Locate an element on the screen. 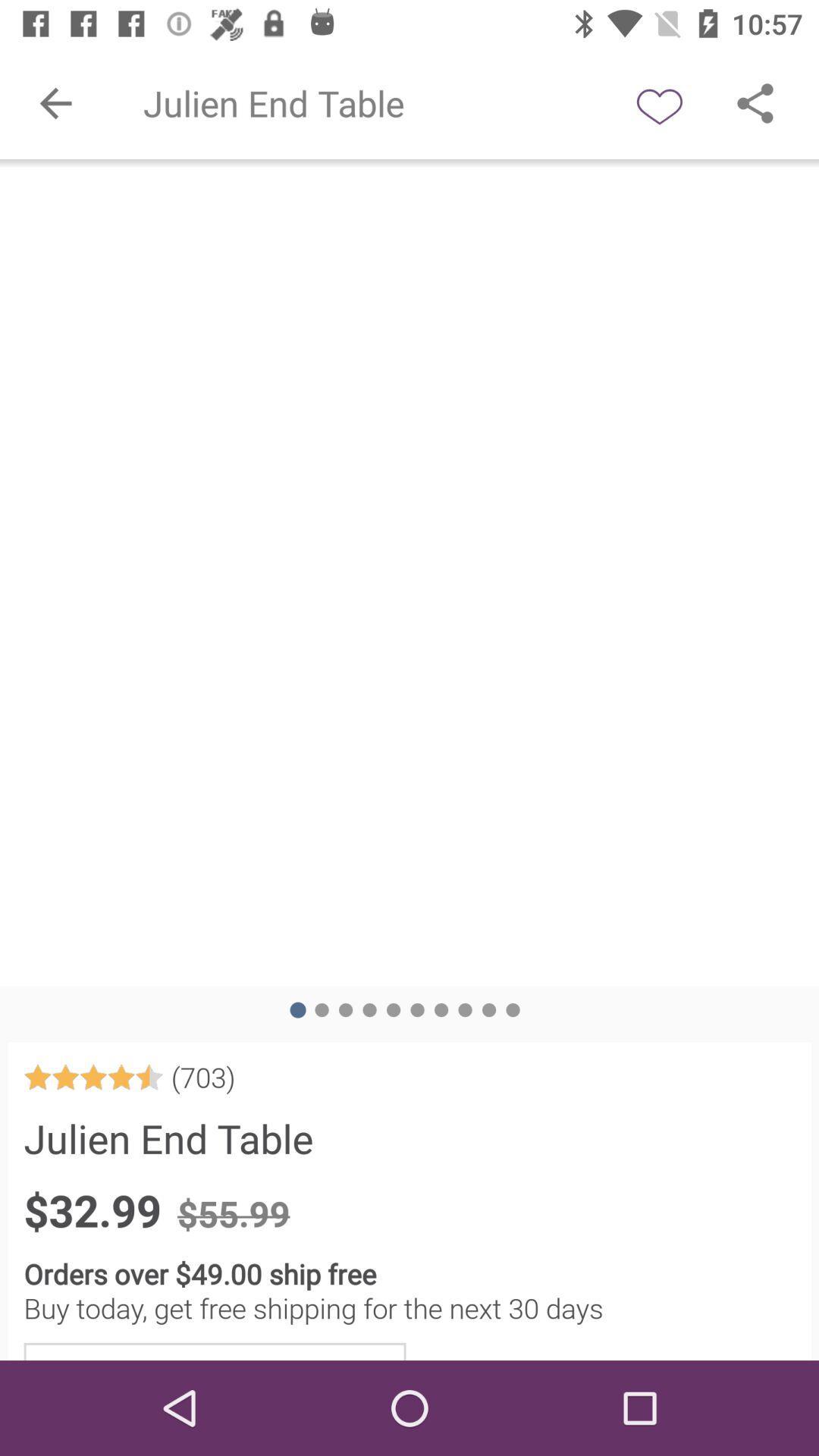 The image size is (819, 1456). sharing option is located at coordinates (755, 102).